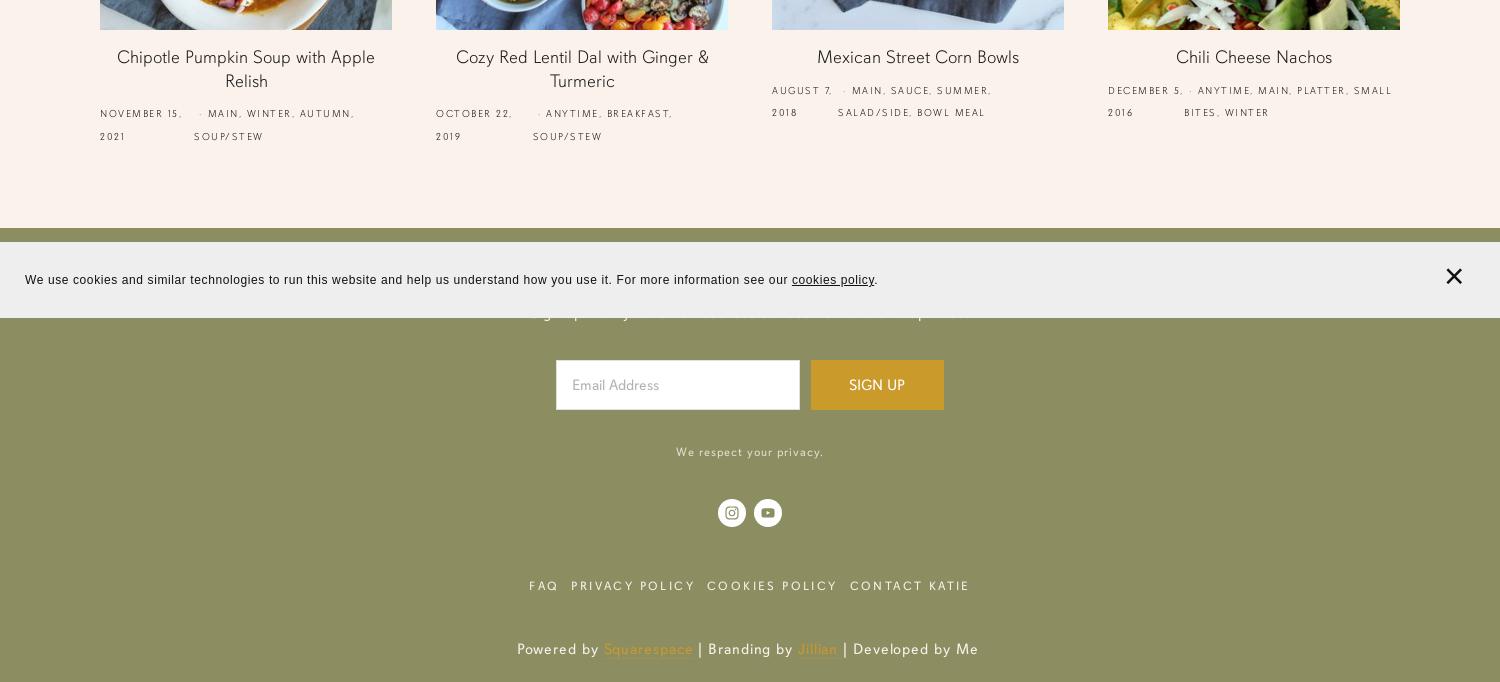 This screenshot has height=682, width=1500. Describe the element at coordinates (847, 585) in the screenshot. I see `'Contact Katie'` at that location.